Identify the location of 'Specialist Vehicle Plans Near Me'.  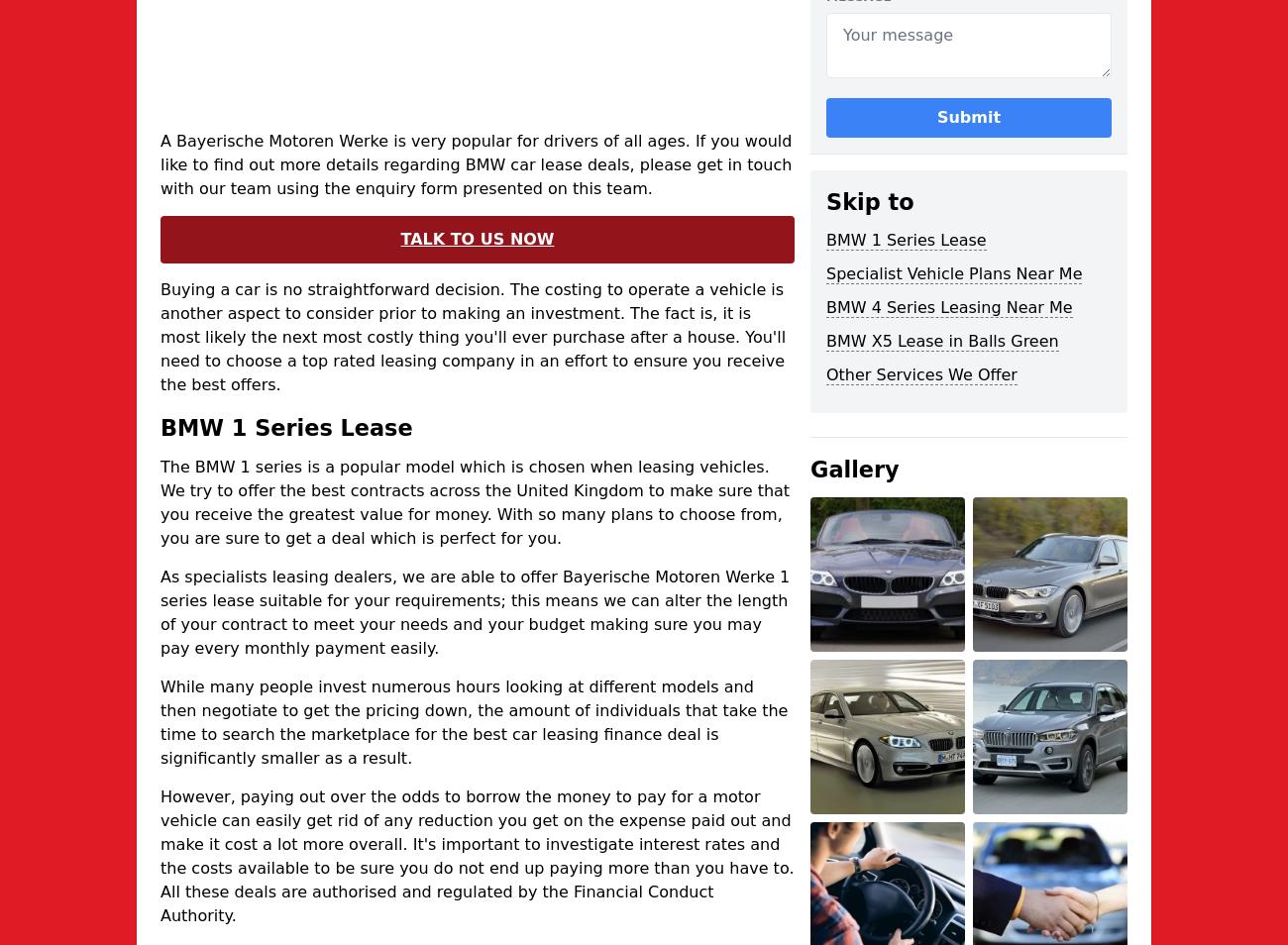
(954, 273).